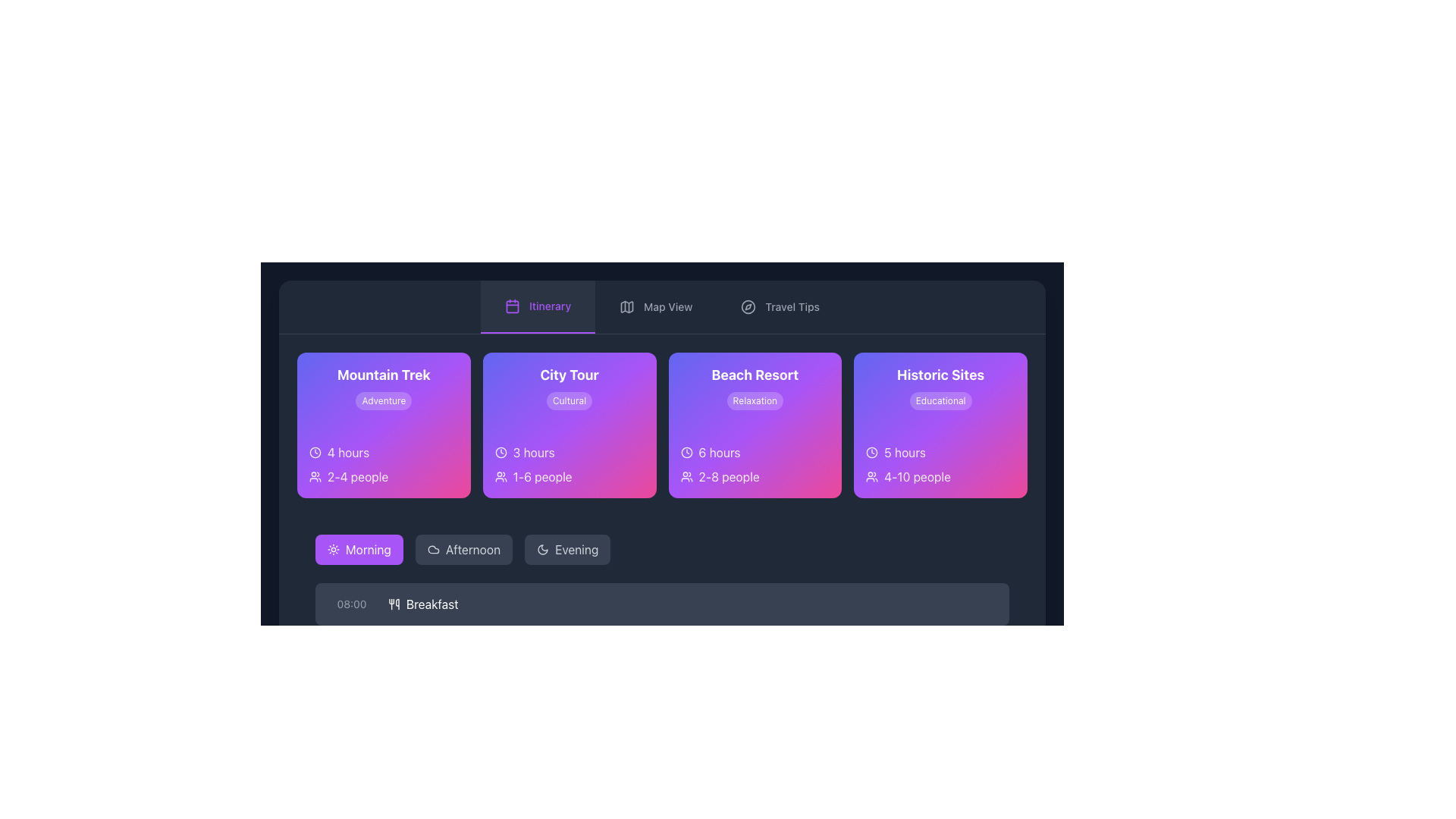  Describe the element at coordinates (384, 386) in the screenshot. I see `the 'Adventure' tag located underneath the title 'Mountain Trek' in the first card of the horizontal list` at that location.